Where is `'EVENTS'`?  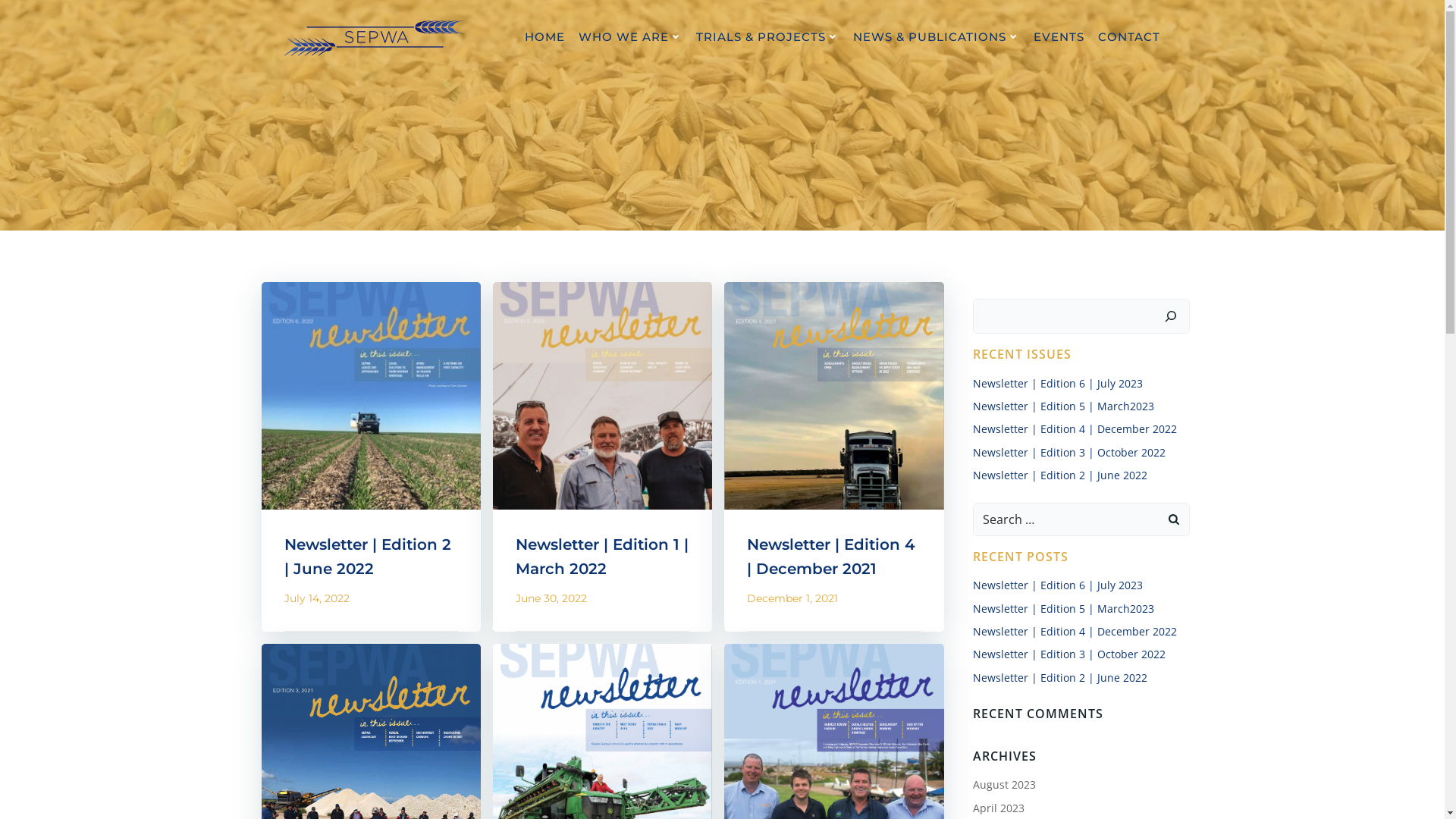 'EVENTS' is located at coordinates (1057, 36).